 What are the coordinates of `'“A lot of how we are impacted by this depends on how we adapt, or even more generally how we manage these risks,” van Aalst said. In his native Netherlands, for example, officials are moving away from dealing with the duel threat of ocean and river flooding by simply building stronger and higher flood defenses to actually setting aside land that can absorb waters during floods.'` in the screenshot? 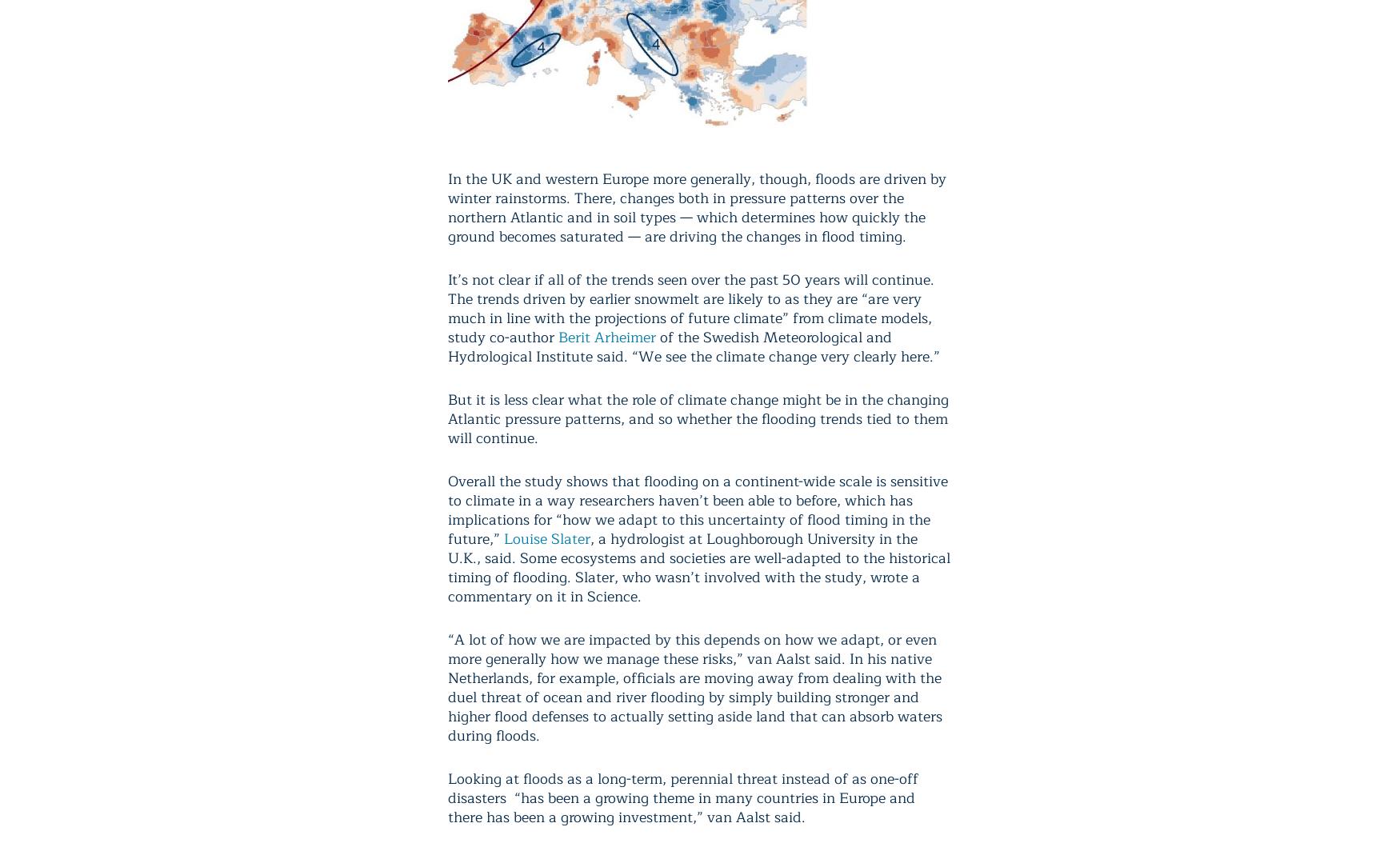 It's located at (695, 686).